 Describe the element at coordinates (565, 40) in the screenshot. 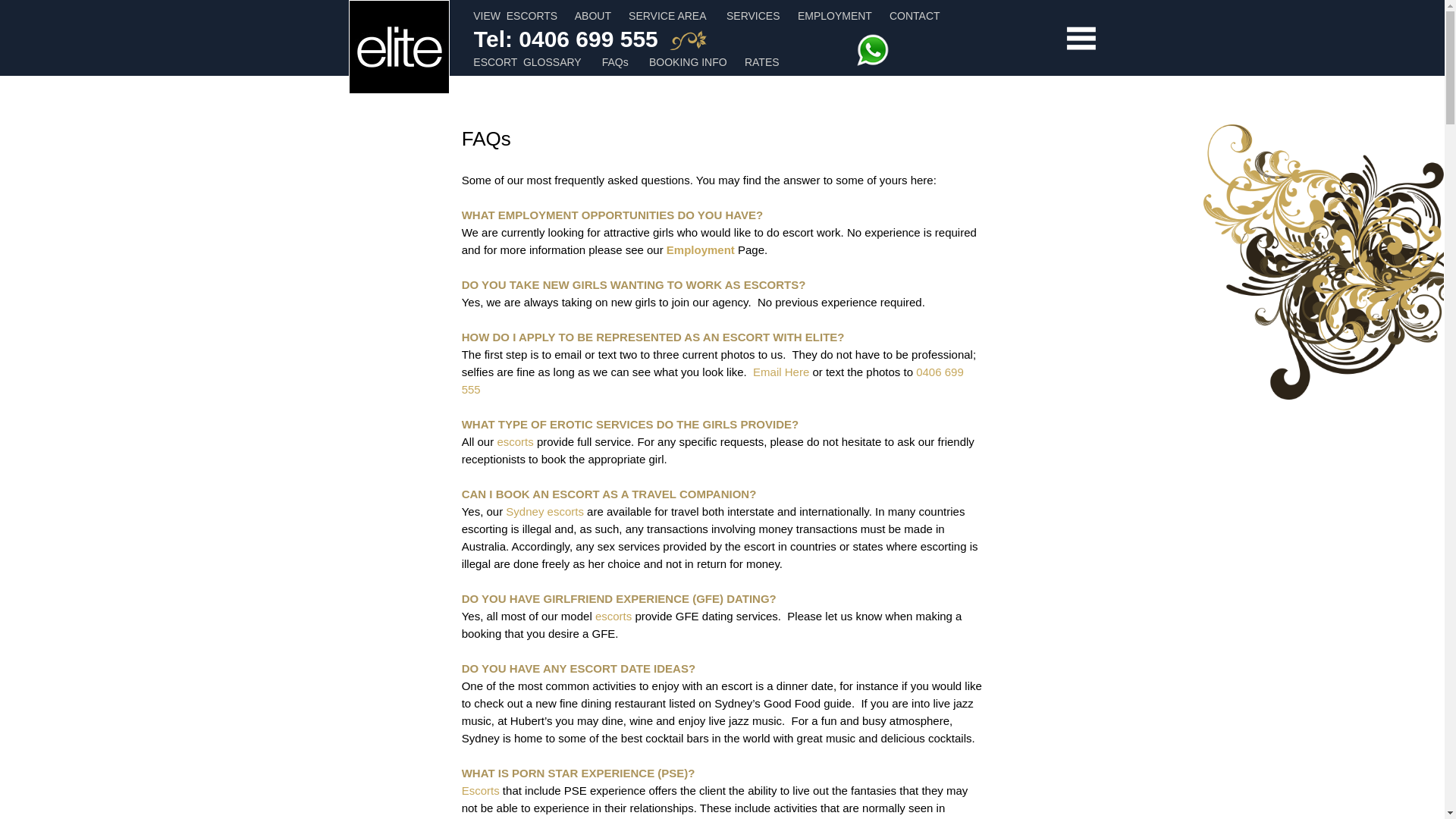

I see `'Tel: 0406 699 555'` at that location.